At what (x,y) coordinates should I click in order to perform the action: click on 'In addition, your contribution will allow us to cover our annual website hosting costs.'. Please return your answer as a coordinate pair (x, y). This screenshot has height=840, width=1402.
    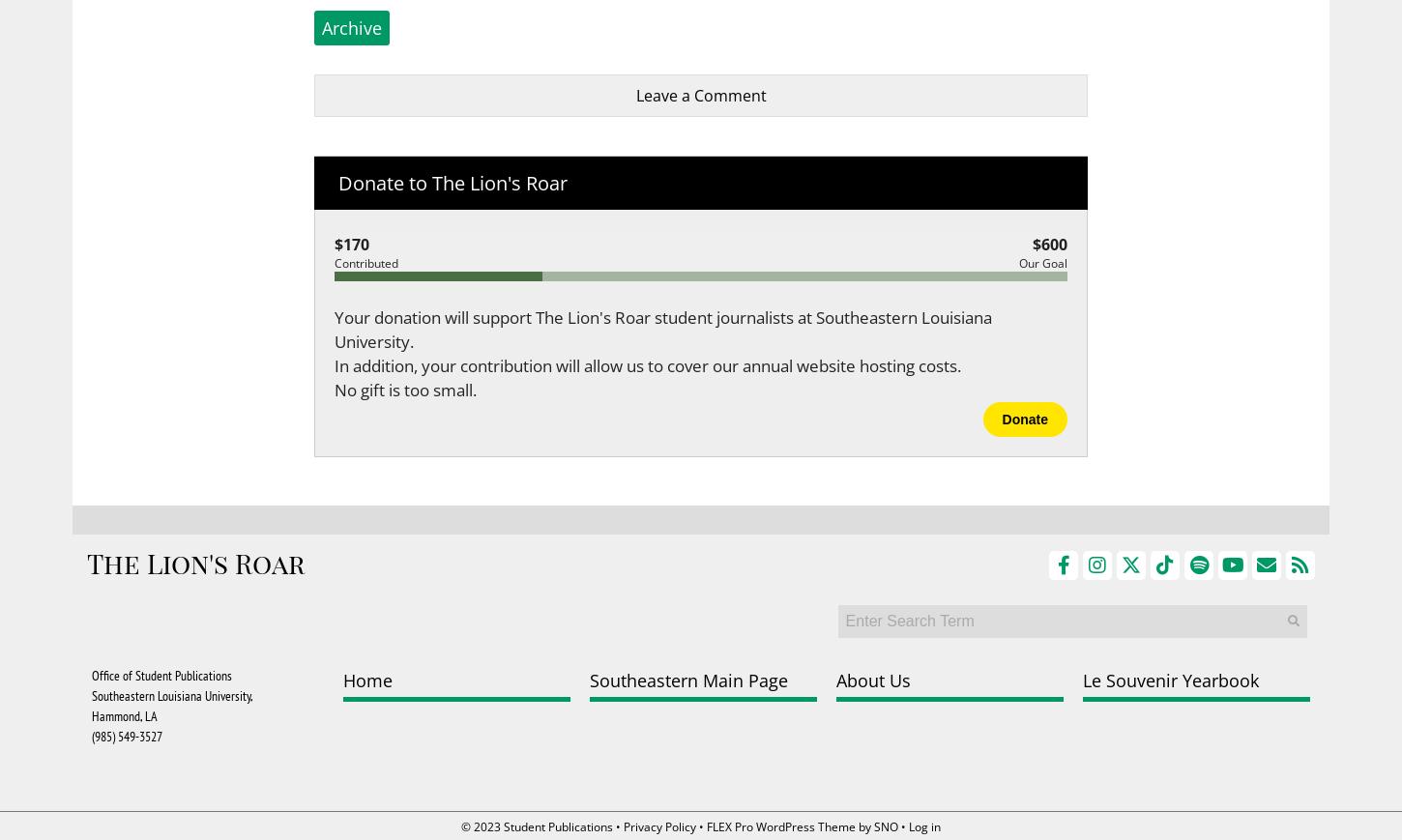
    Looking at the image, I should click on (647, 364).